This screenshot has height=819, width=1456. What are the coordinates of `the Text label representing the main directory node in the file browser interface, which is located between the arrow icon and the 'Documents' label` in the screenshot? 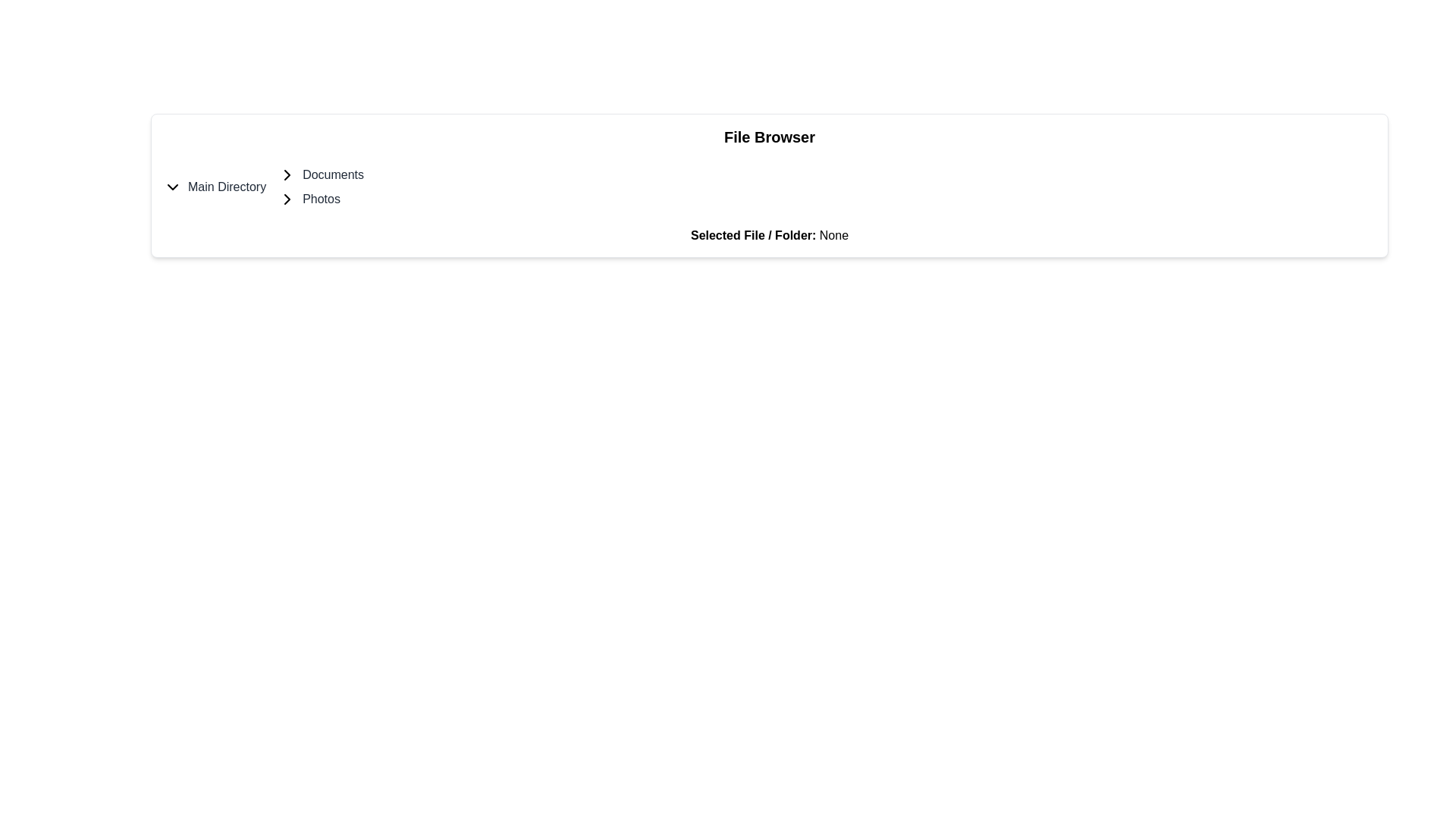 It's located at (226, 186).